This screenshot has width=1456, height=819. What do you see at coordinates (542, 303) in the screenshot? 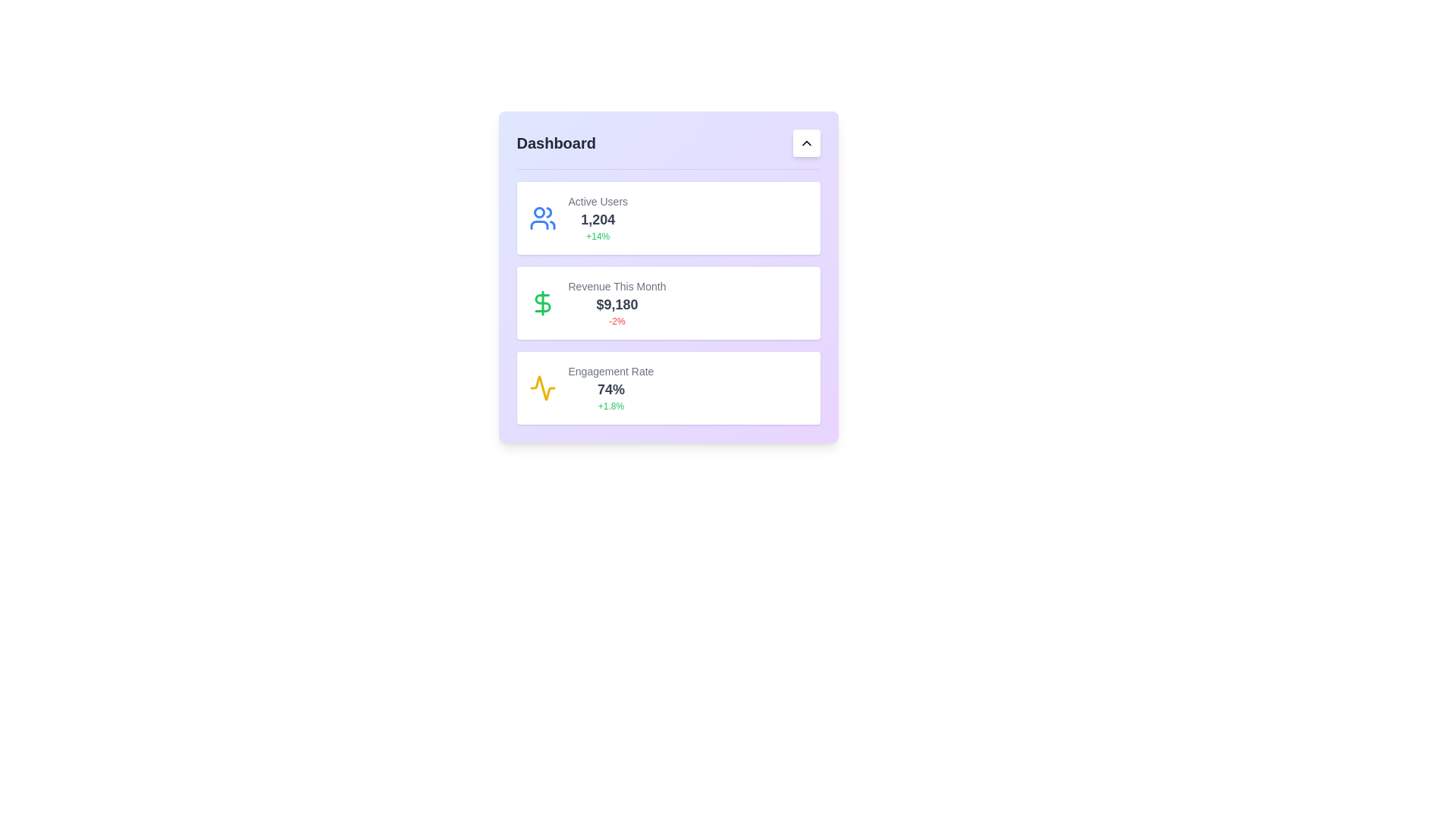
I see `the icon that complements the 'Revenue This Month' statistic, located in the second card of the dashboard, to the left of the textual content` at bounding box center [542, 303].